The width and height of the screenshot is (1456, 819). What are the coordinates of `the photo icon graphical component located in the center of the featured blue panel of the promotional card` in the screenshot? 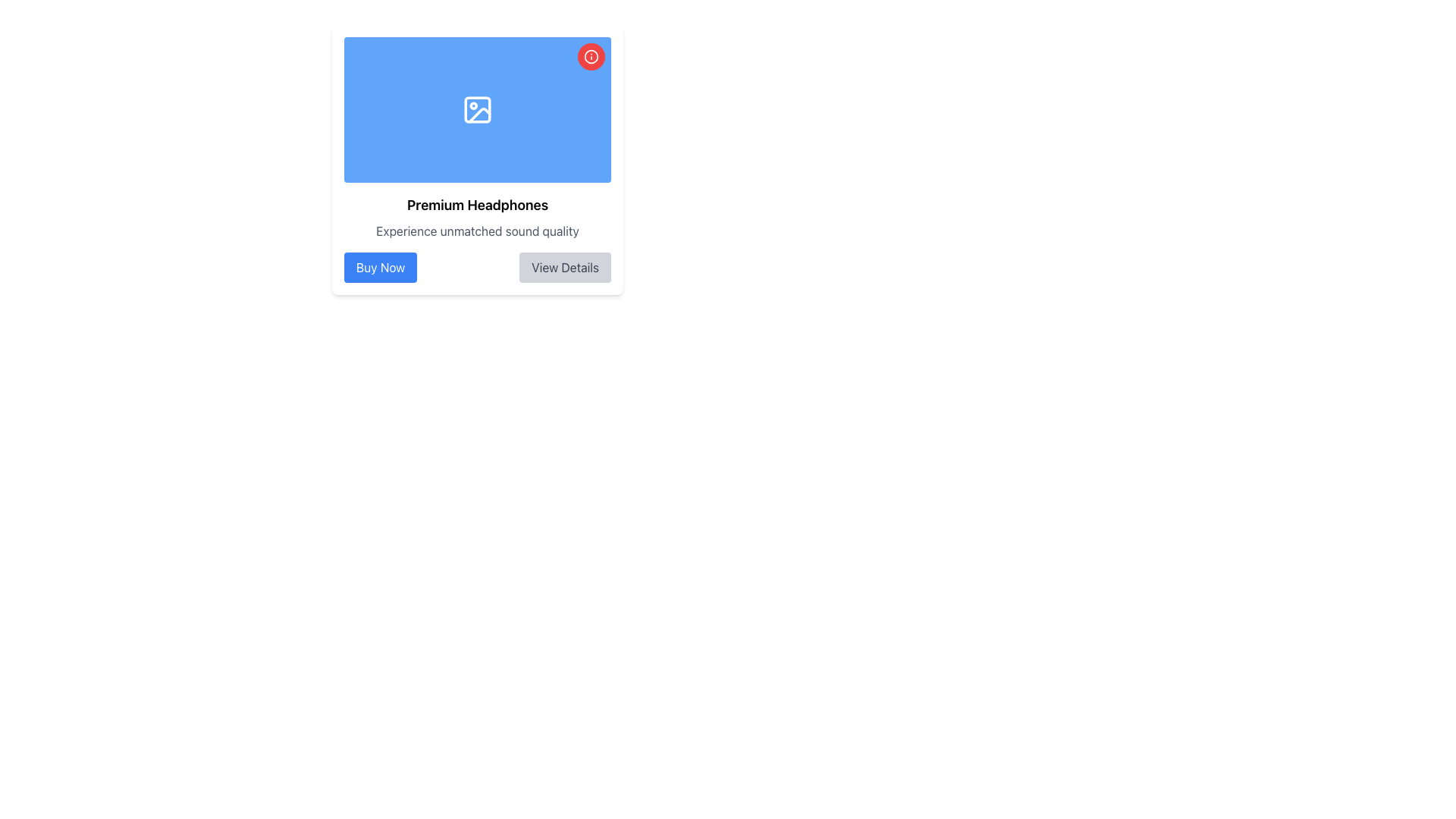 It's located at (479, 115).